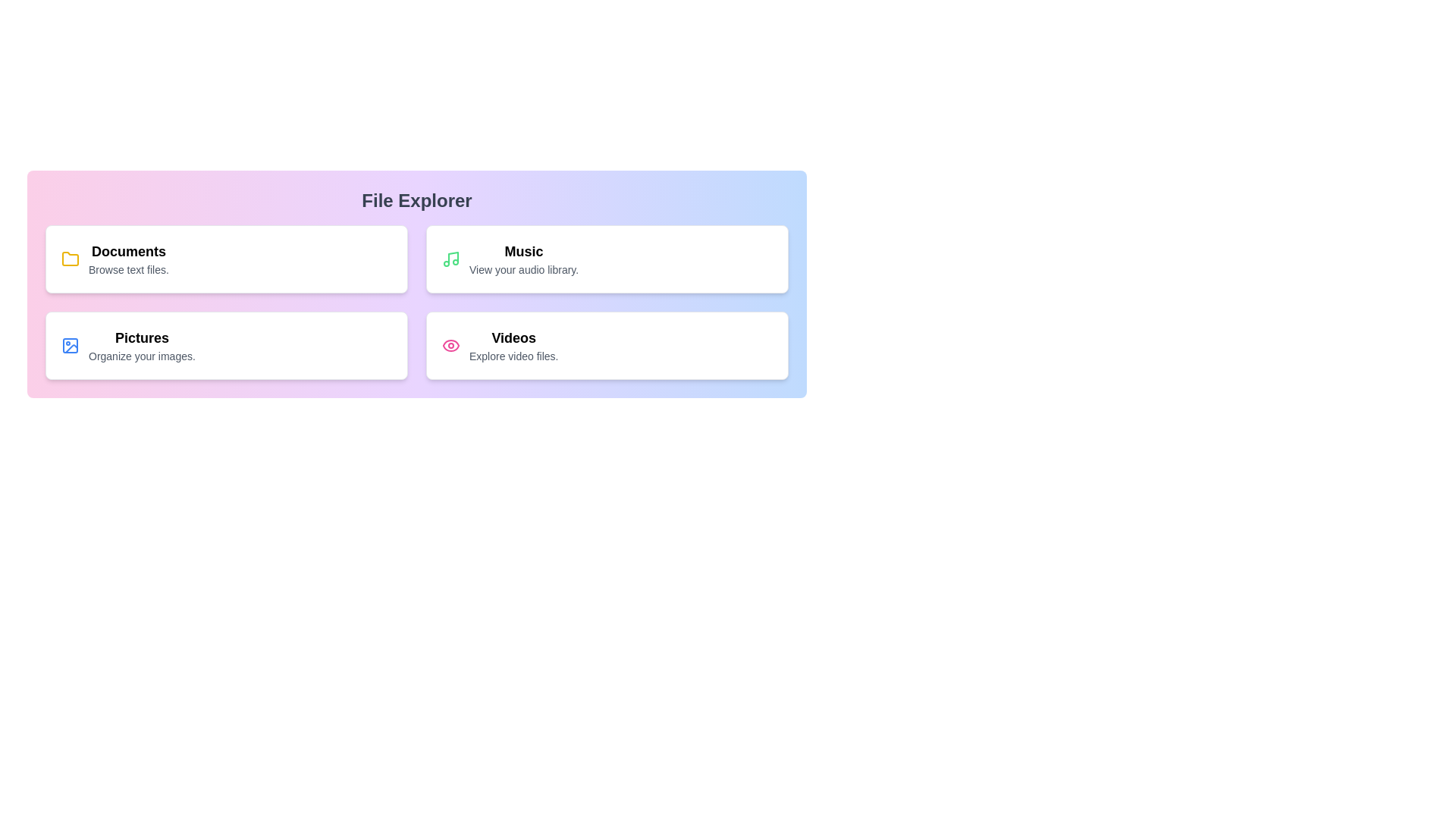 The image size is (1456, 819). I want to click on the menu item Documents to access its content, so click(225, 259).